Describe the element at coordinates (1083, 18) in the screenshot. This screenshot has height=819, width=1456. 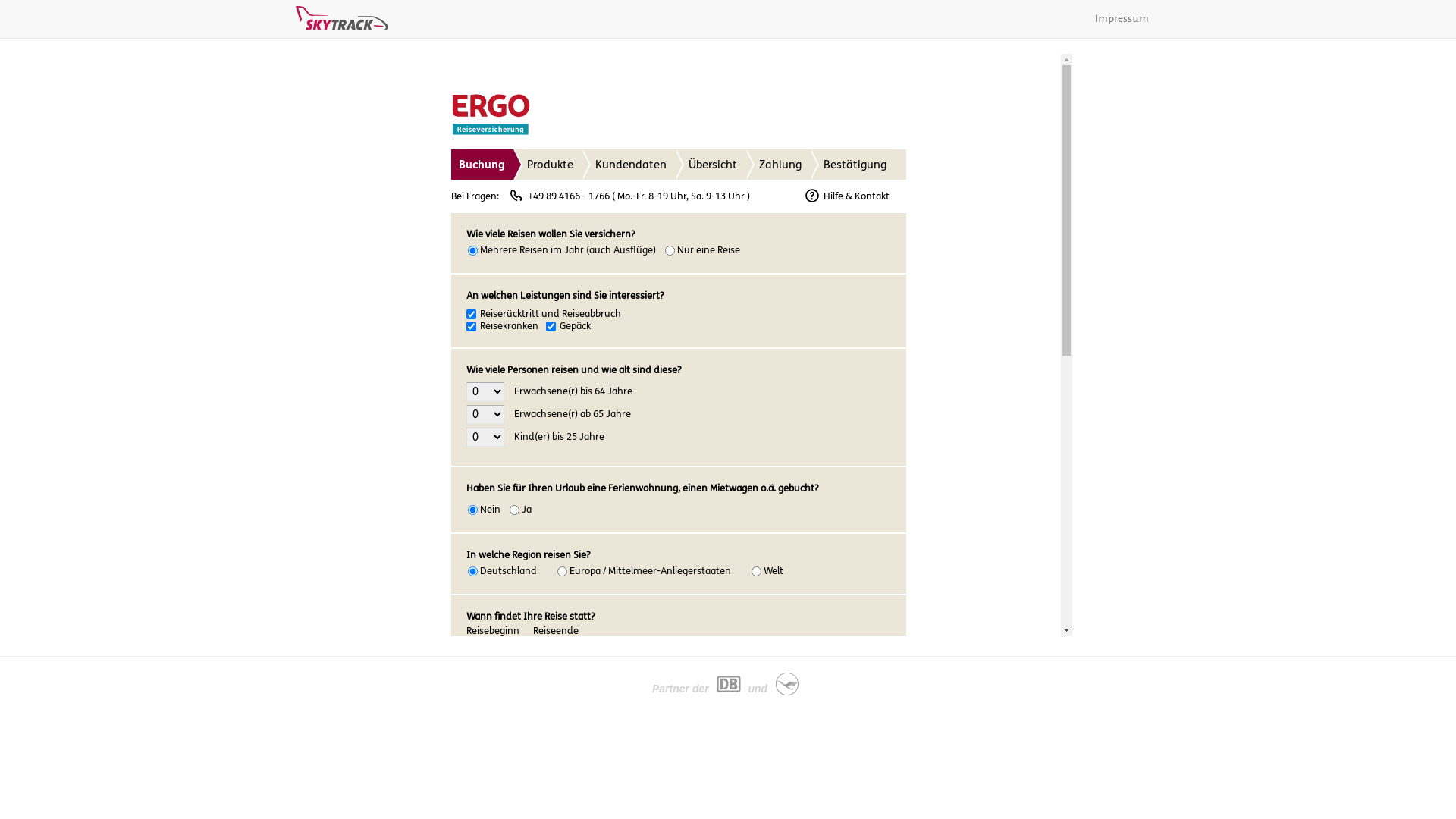
I see `'Impressum'` at that location.